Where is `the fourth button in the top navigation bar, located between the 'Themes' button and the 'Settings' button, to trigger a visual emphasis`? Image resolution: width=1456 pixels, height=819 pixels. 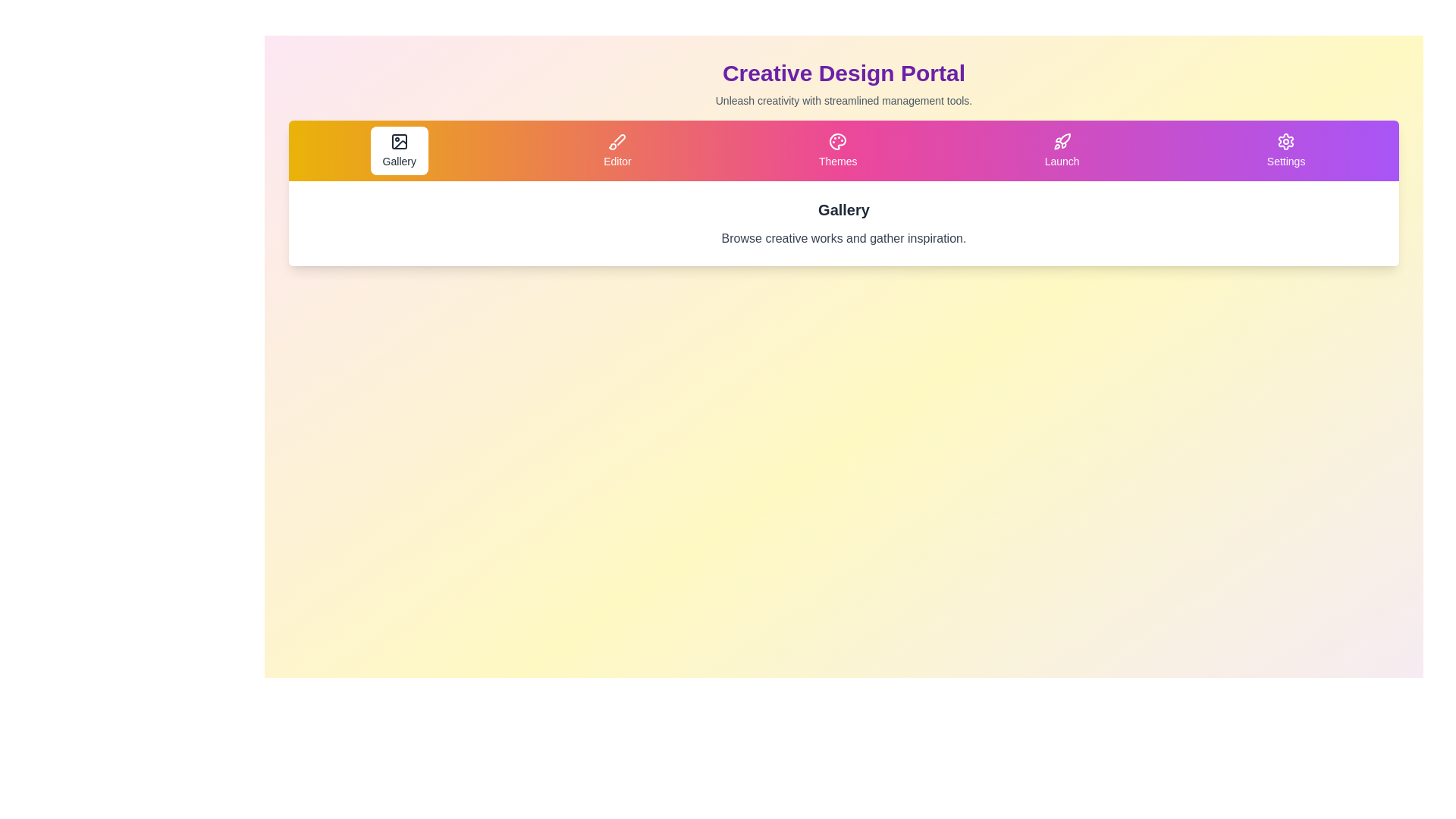 the fourth button in the top navigation bar, located between the 'Themes' button and the 'Settings' button, to trigger a visual emphasis is located at coordinates (1061, 151).